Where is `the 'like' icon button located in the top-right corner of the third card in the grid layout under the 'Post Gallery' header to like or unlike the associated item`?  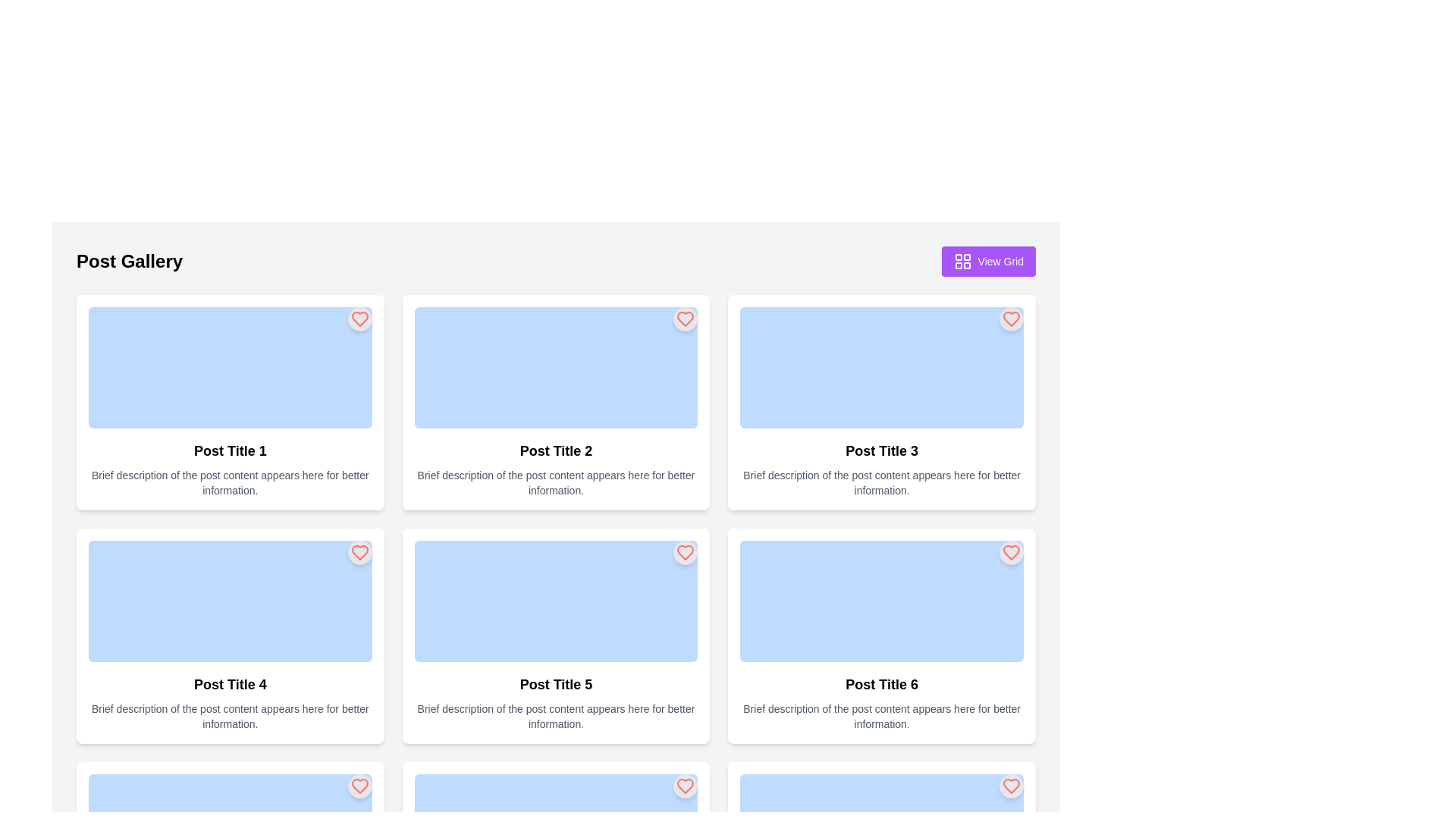
the 'like' icon button located in the top-right corner of the third card in the grid layout under the 'Post Gallery' header to like or unlike the associated item is located at coordinates (1012, 318).